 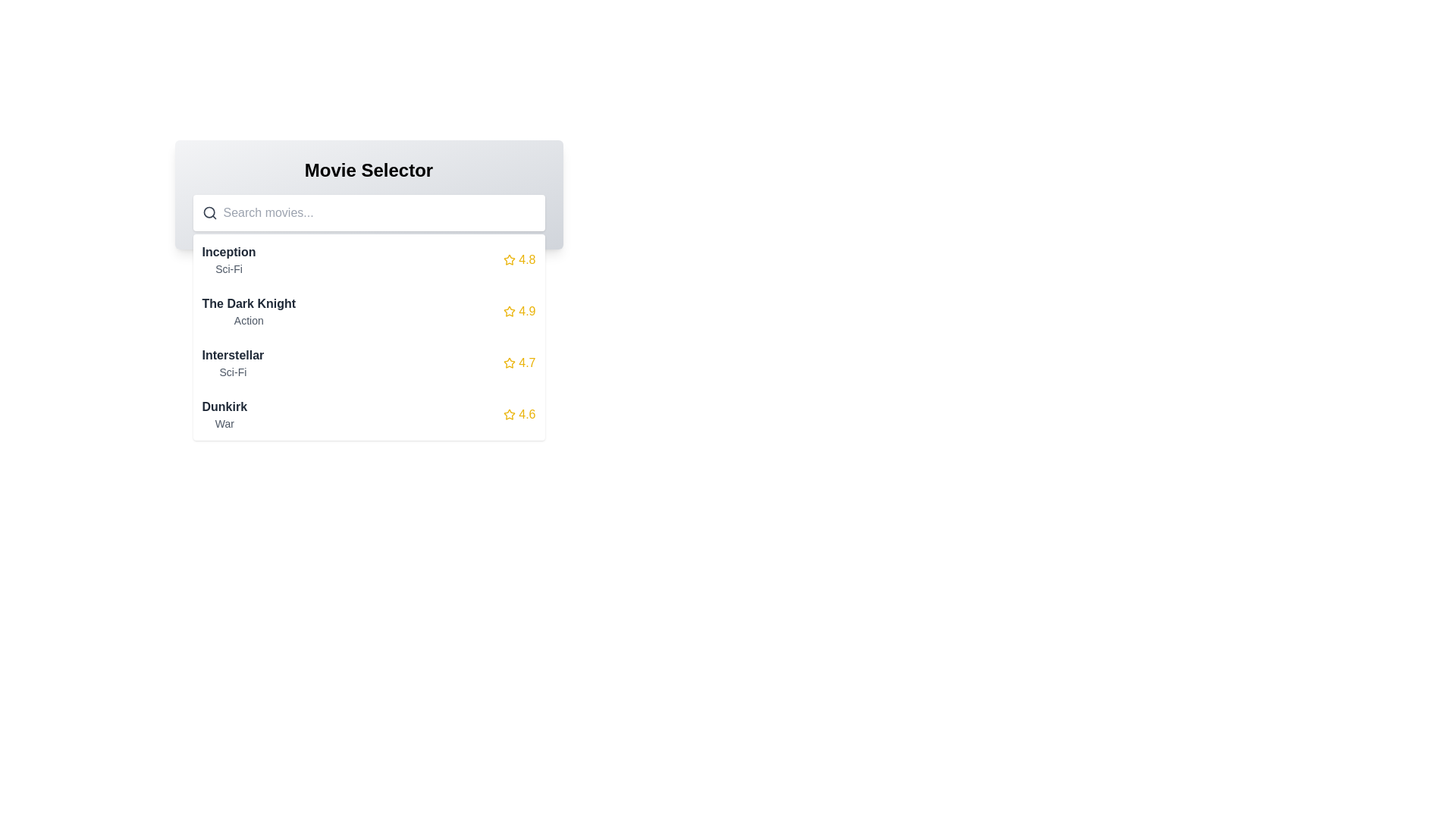 I want to click on the star icon representing a rating system for the movie 'Interstellar', positioned to the left of the rating value '4.7', so click(x=510, y=362).